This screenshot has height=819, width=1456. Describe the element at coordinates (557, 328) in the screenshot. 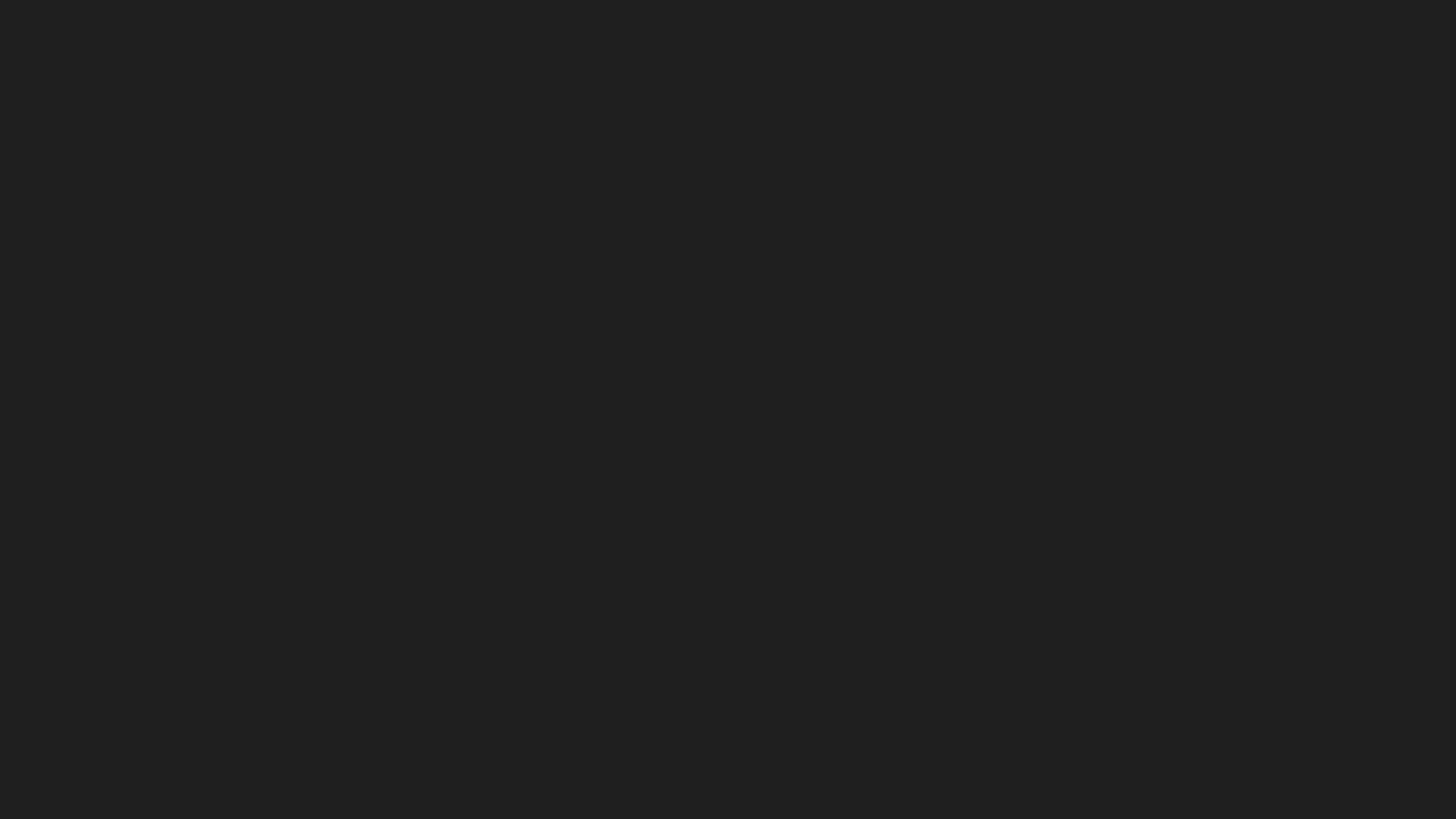

I see `Change to list layout` at that location.